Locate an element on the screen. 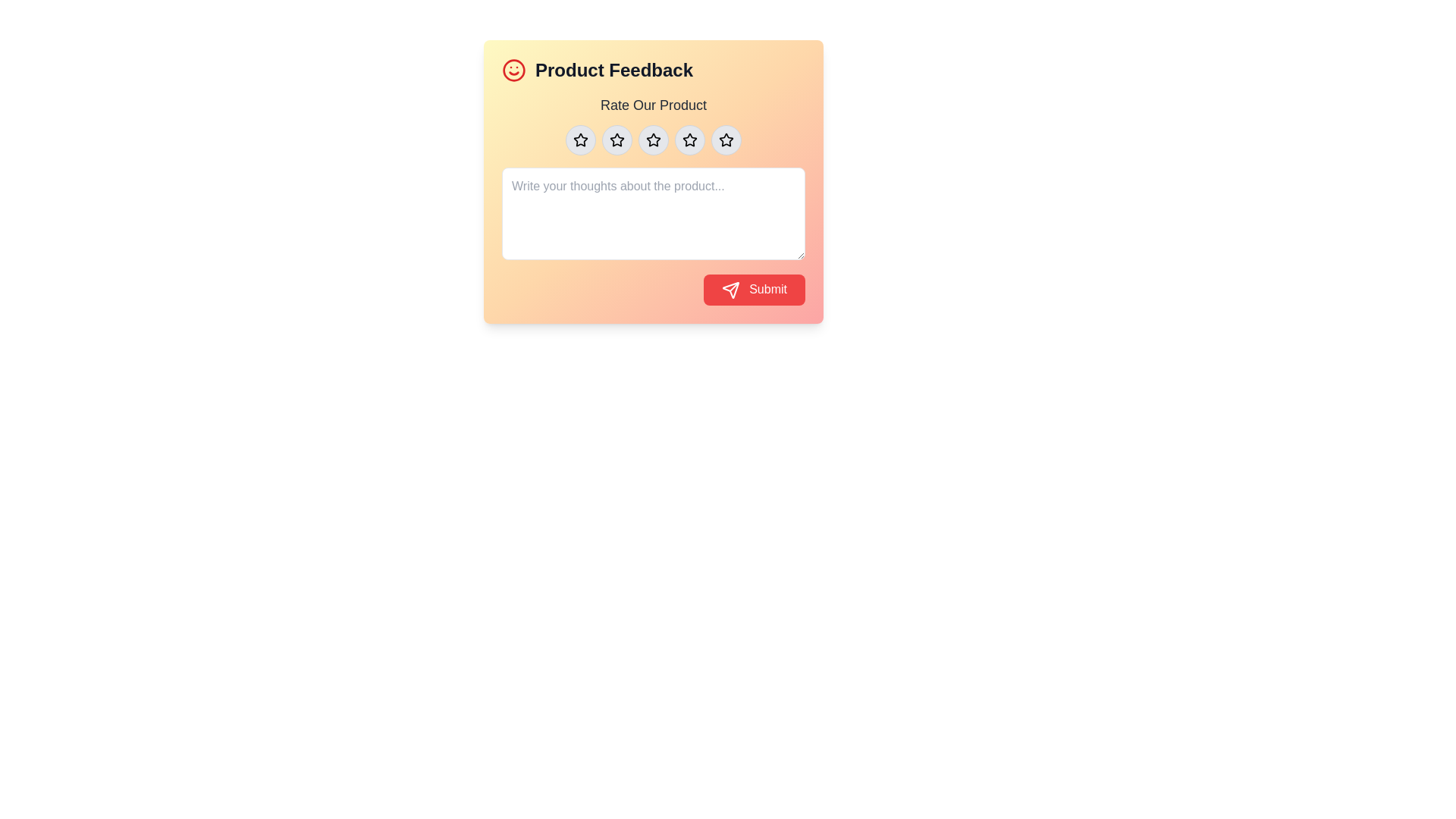  the third star icon in a five-star rating scale is located at coordinates (617, 140).